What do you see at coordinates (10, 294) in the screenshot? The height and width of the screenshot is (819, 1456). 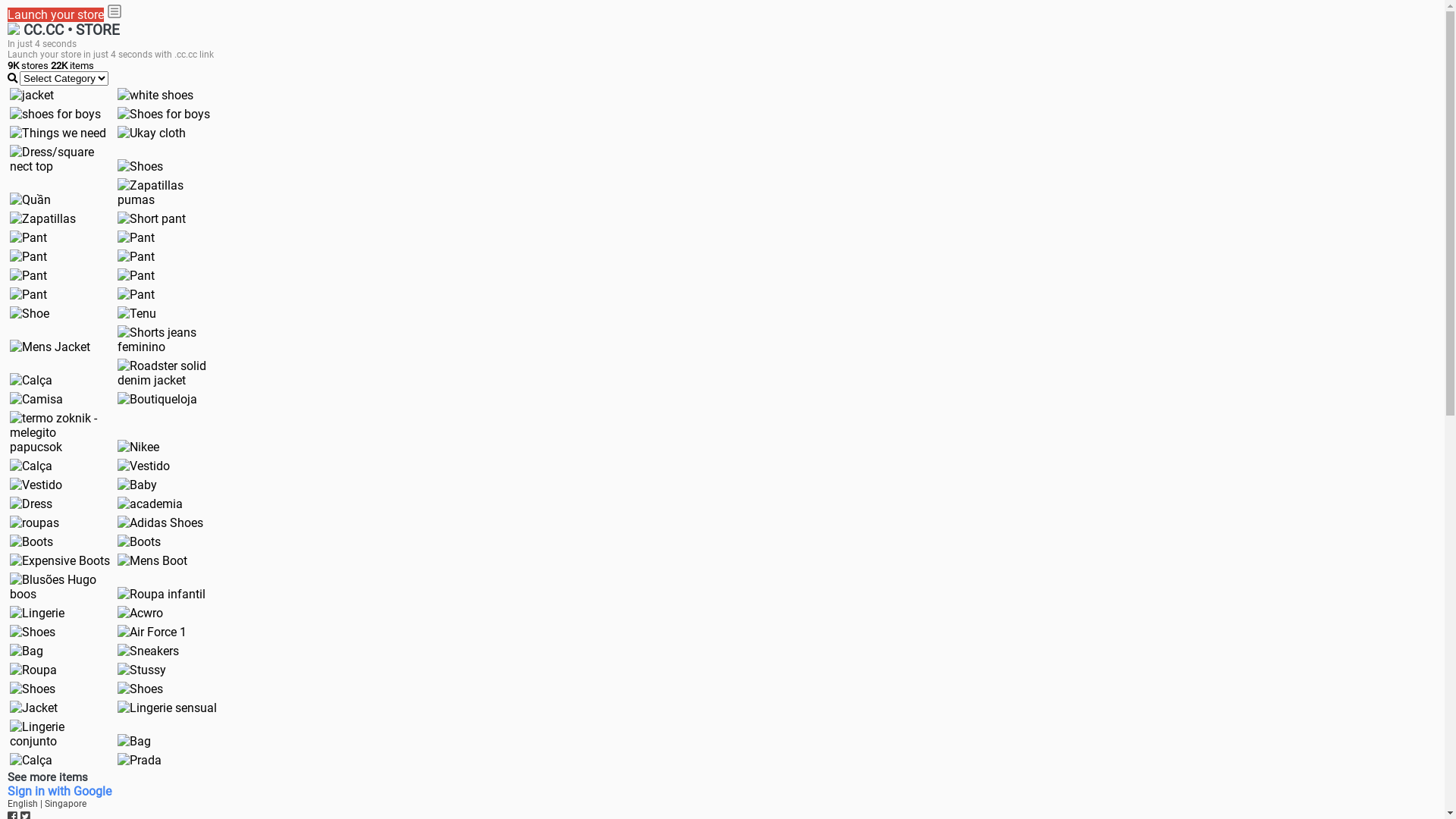 I see `'Pant'` at bounding box center [10, 294].